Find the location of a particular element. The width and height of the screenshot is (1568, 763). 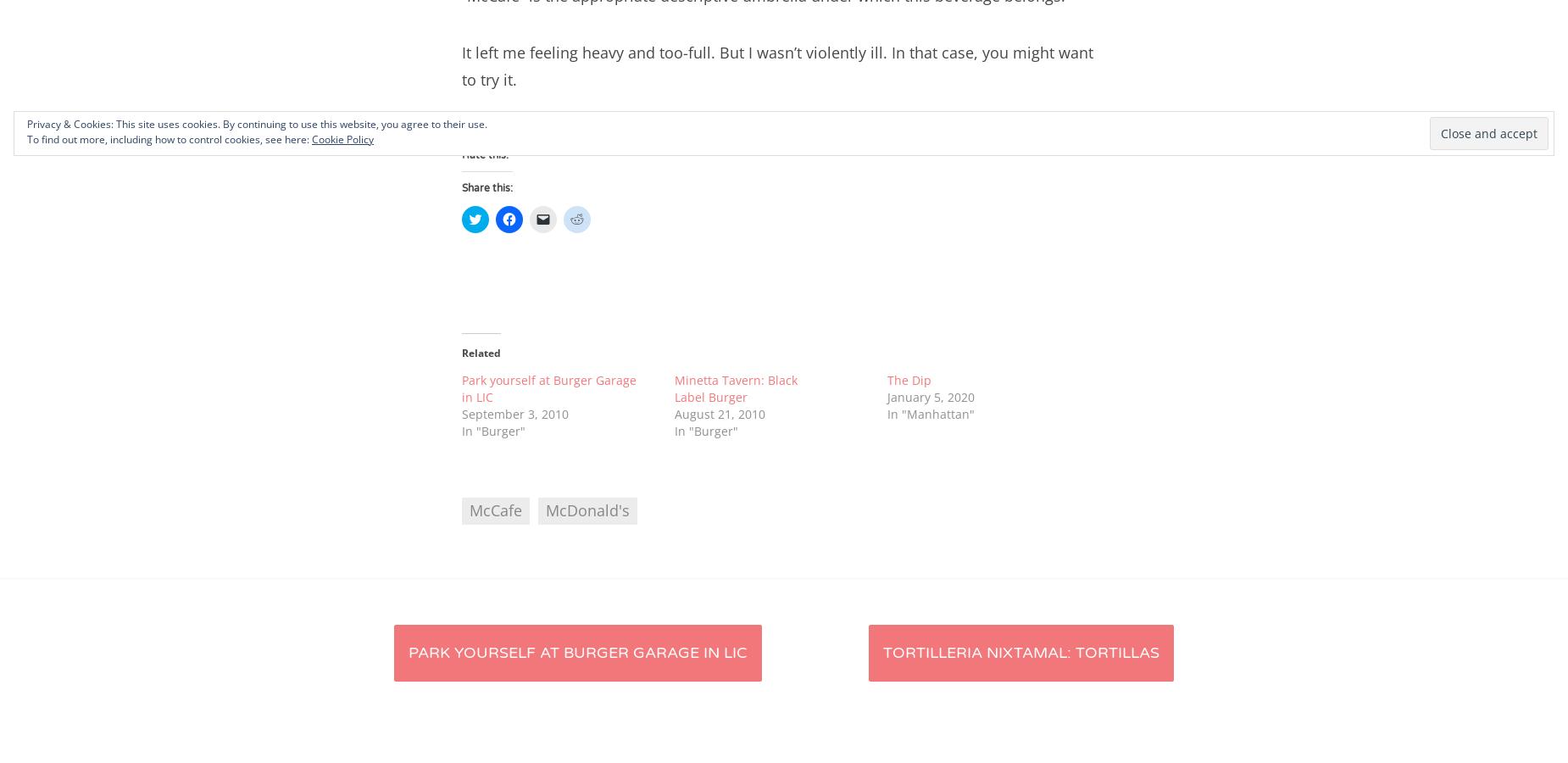

'McDonald's' is located at coordinates (545, 510).